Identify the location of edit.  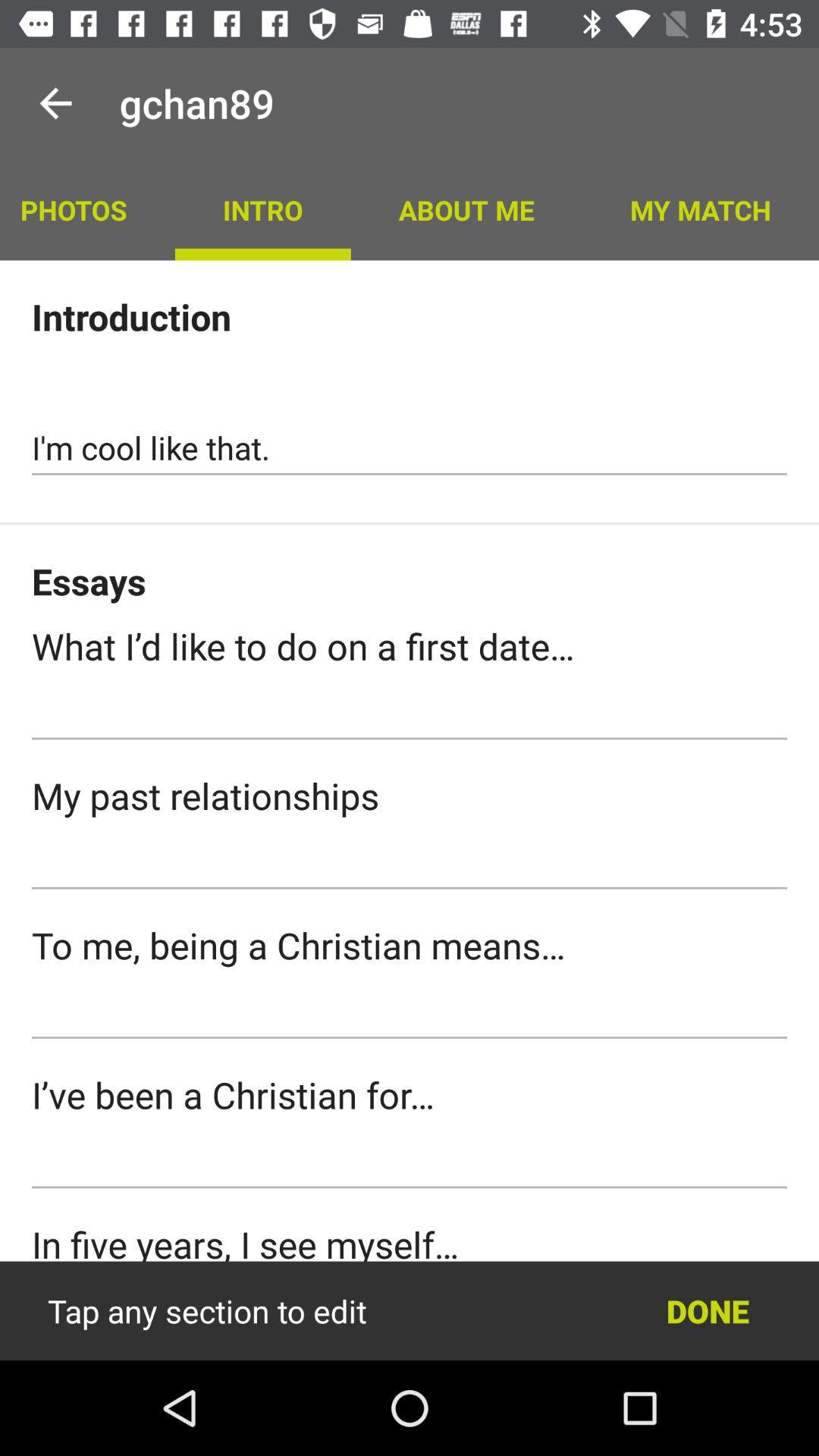
(409, 1310).